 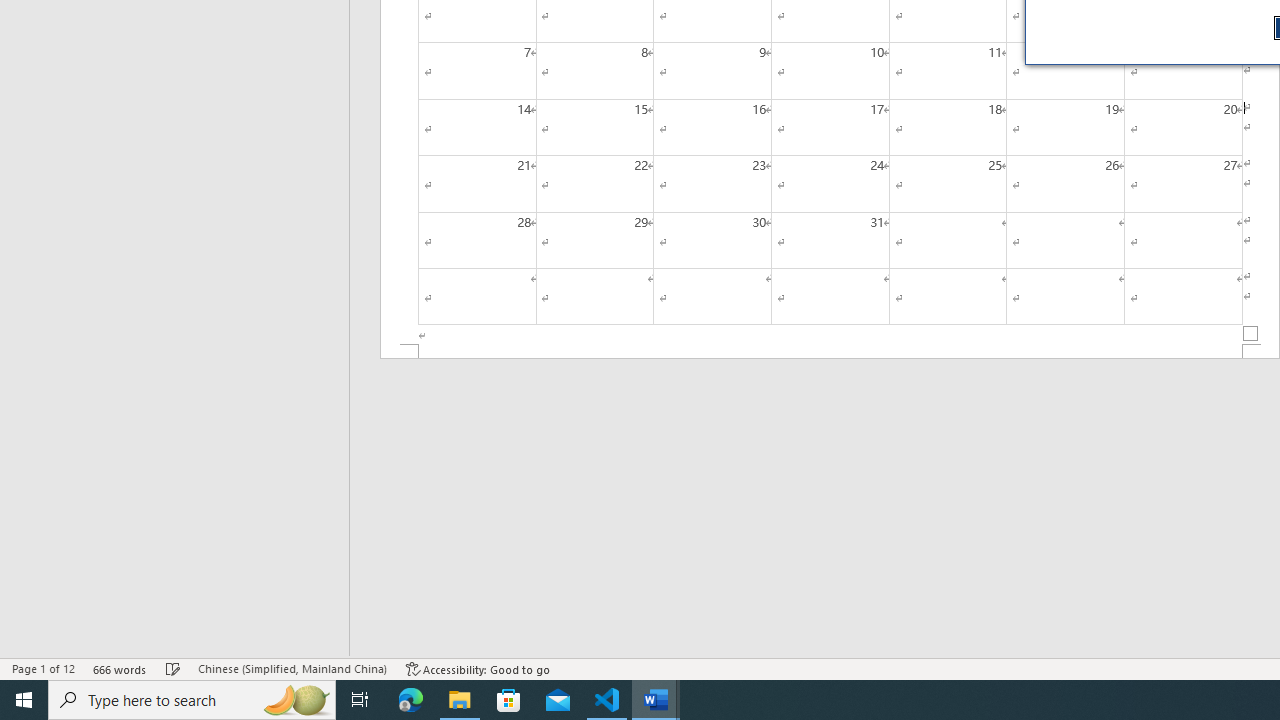 I want to click on 'Start', so click(x=24, y=698).